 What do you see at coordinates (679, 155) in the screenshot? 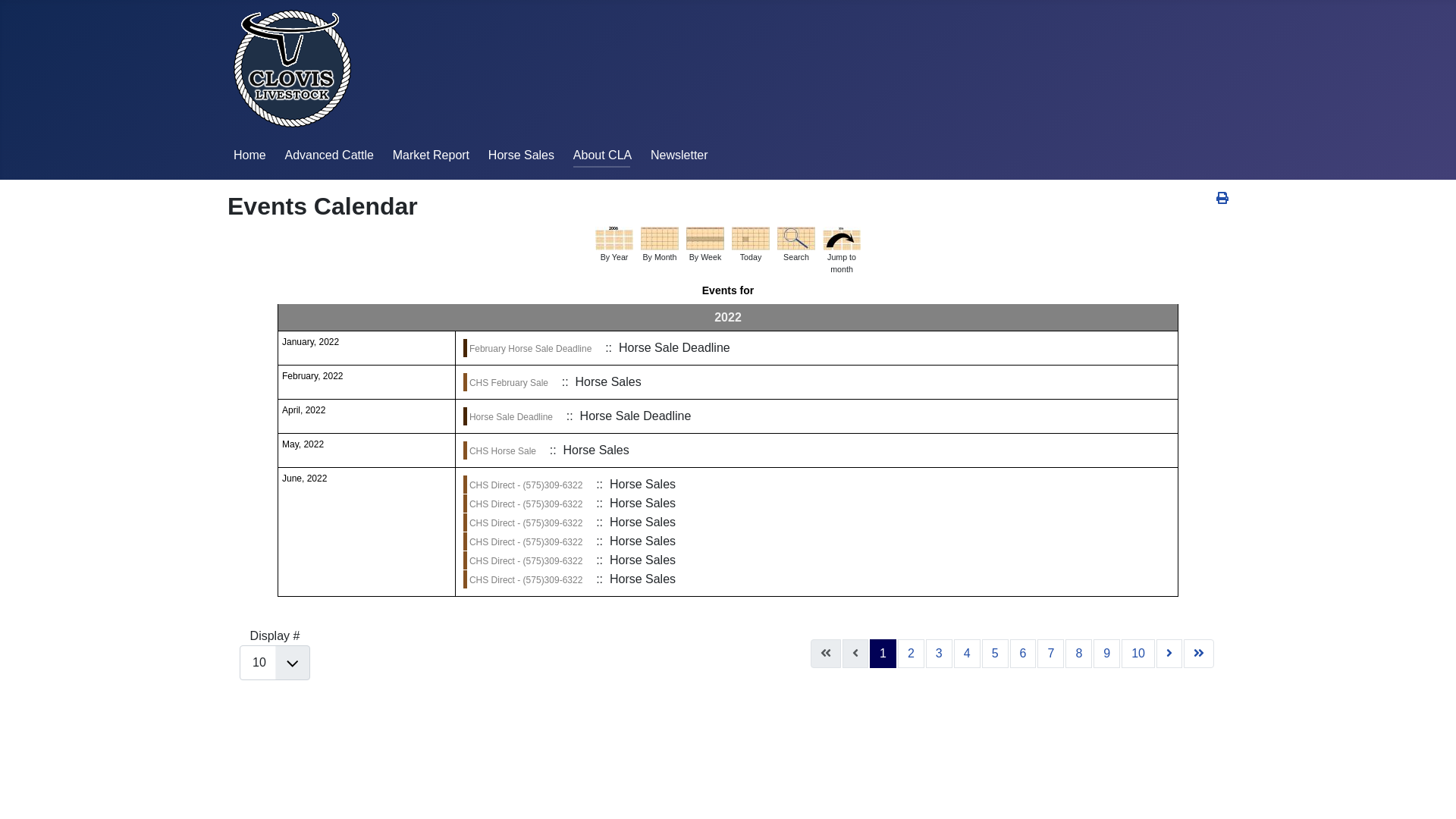
I see `'Newsletter'` at bounding box center [679, 155].